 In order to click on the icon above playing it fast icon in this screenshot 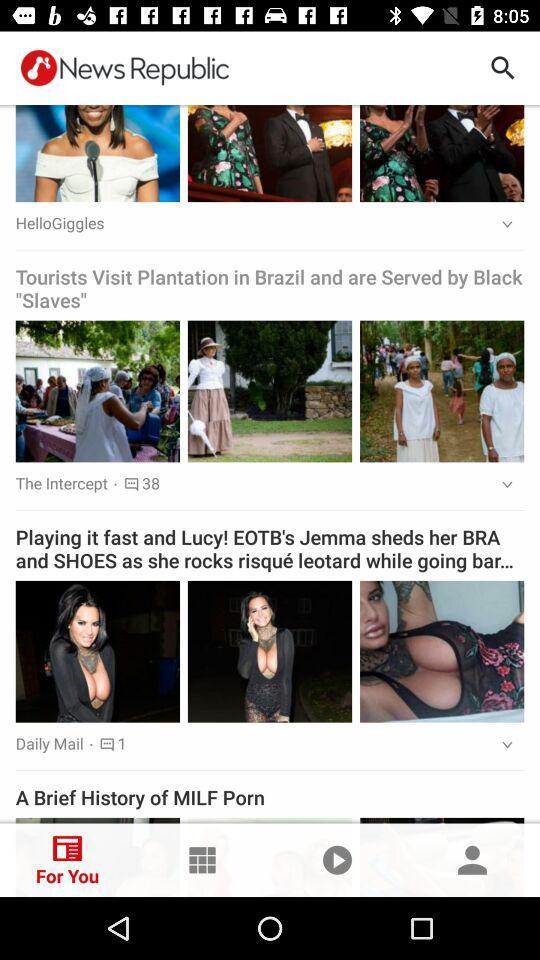, I will do `click(500, 484)`.